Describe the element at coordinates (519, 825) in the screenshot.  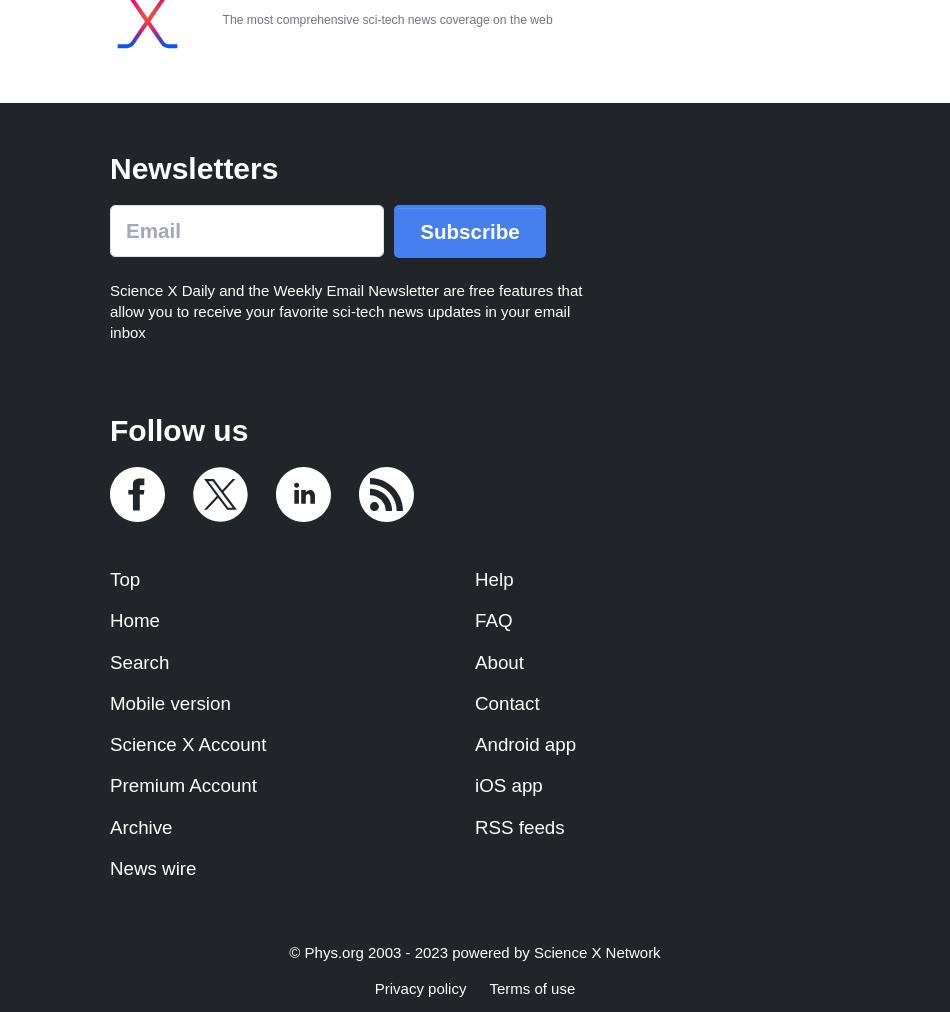
I see `'RSS feeds'` at that location.